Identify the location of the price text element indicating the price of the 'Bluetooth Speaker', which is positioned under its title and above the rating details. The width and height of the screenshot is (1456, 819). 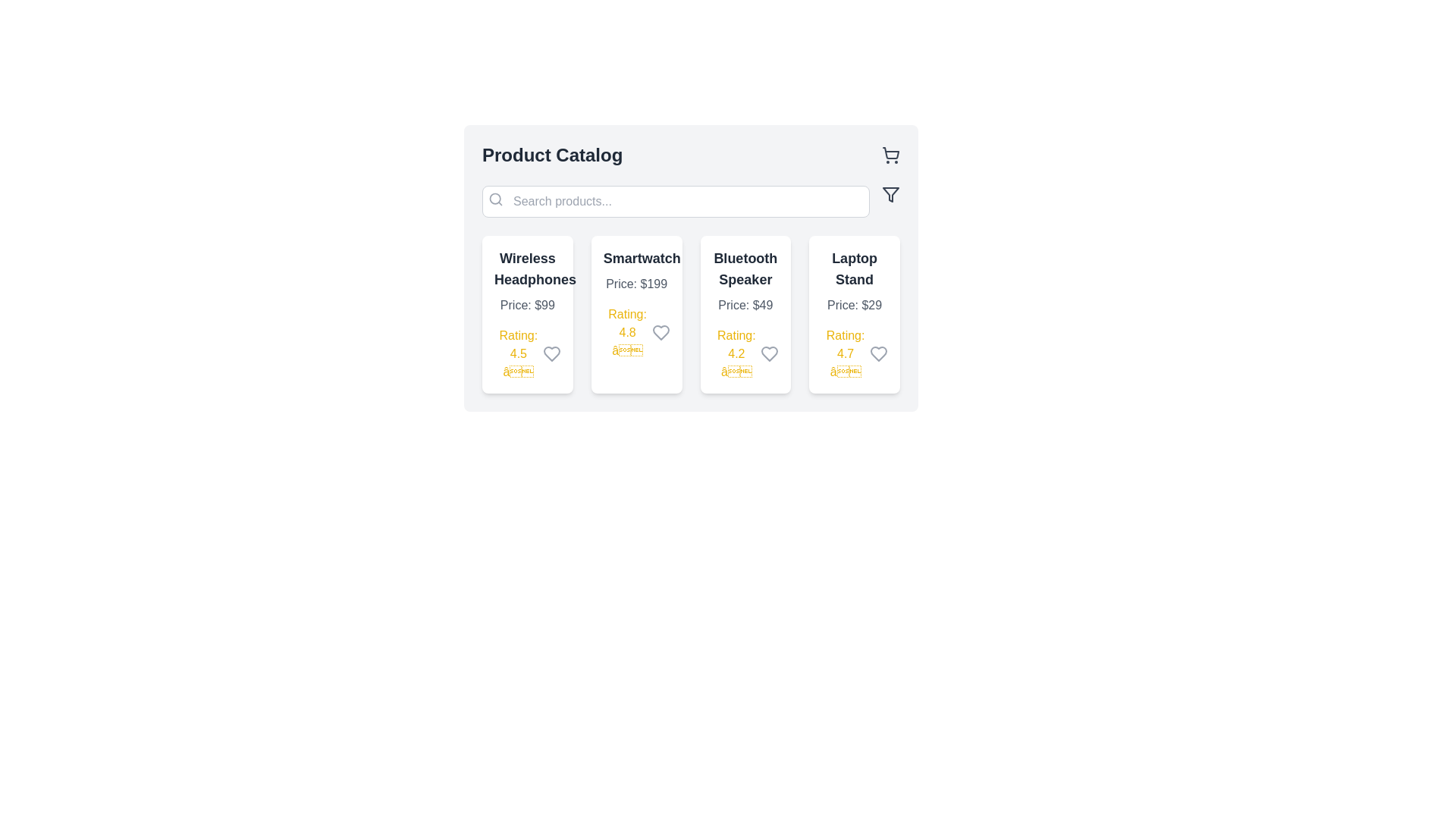
(745, 305).